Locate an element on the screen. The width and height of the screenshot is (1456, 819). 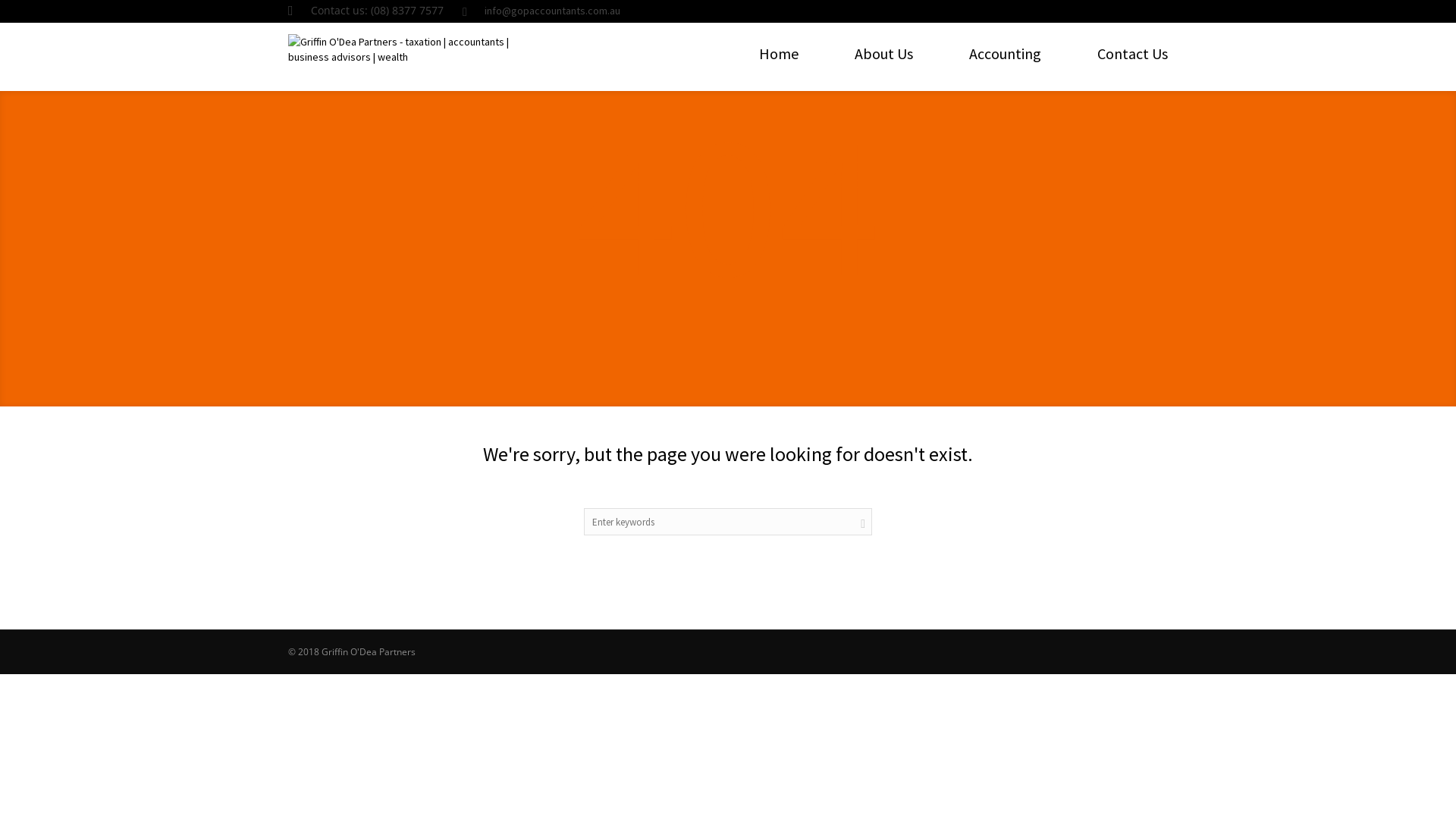
'Contact Us' is located at coordinates (1132, 52).